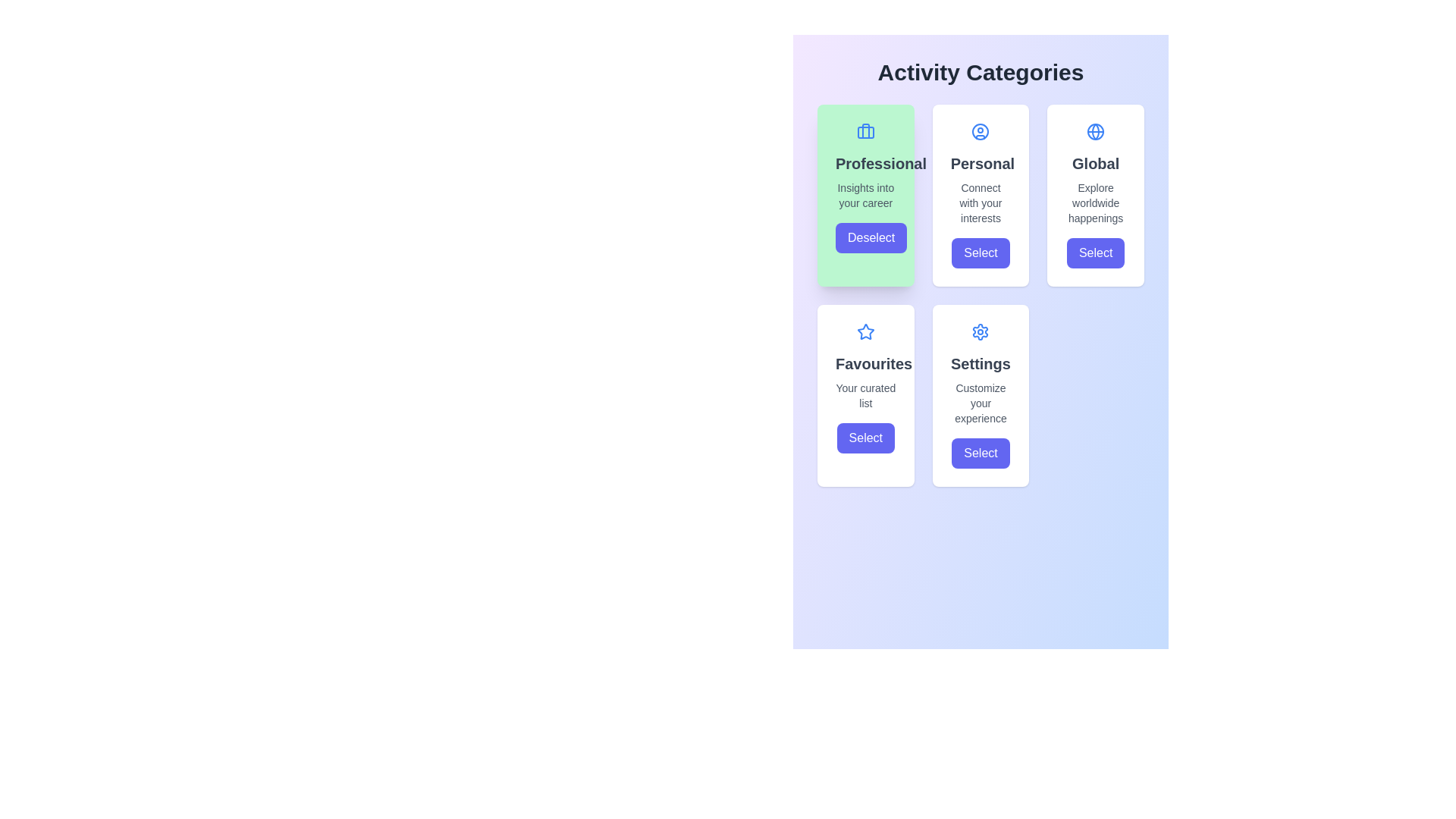 The height and width of the screenshot is (819, 1456). Describe the element at coordinates (1096, 130) in the screenshot. I see `the globe icon located at the top-right card in the 'Activity Categories' section, which features a circular outline with latitude and longitude lines and is labeled 'Global'` at that location.